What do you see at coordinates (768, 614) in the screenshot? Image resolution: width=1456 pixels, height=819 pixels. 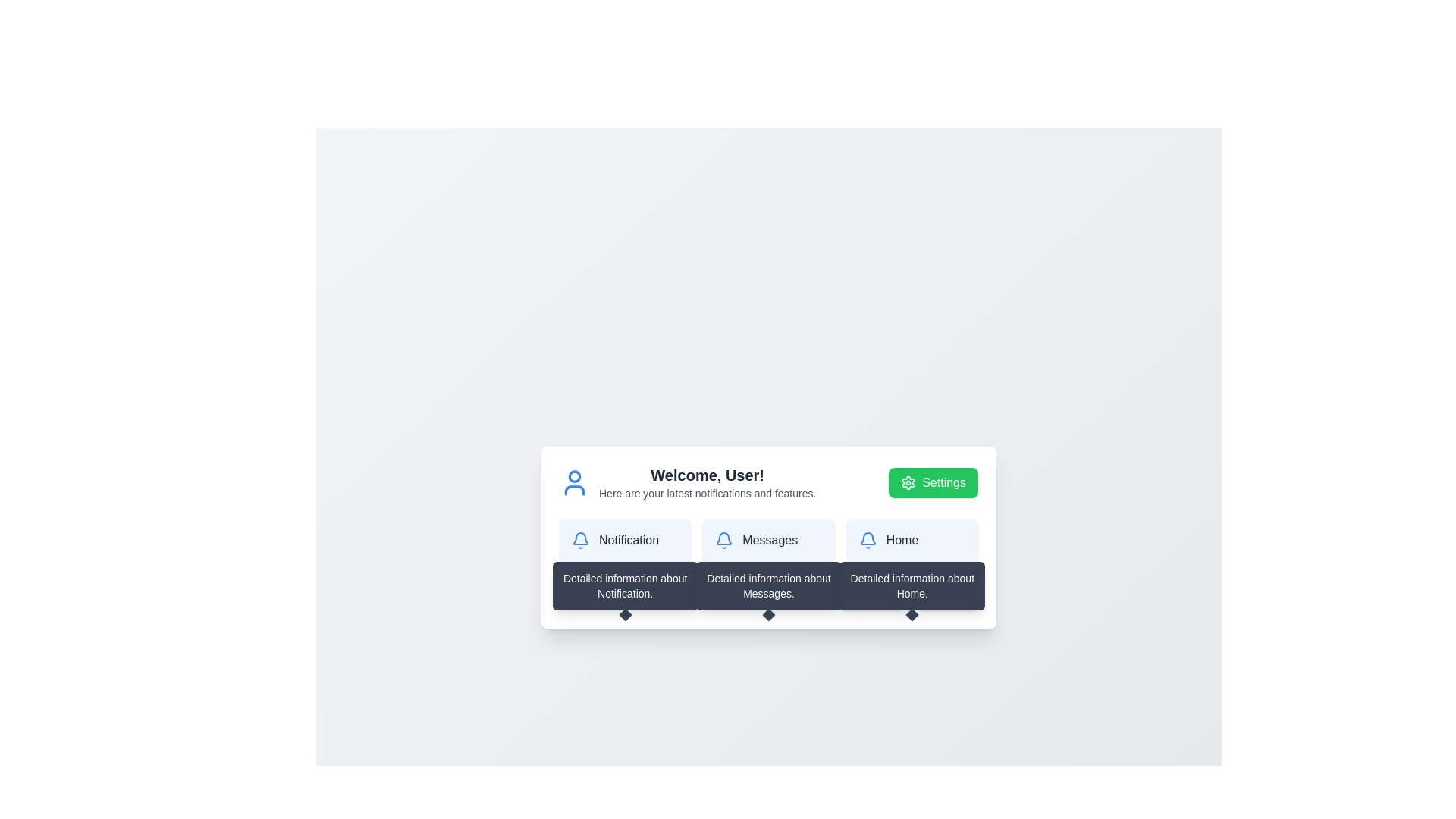 I see `the small, diamond-shaped dark gray icon located directly below the tooltip box containing the text 'Detailed information about Messages.'` at bounding box center [768, 614].